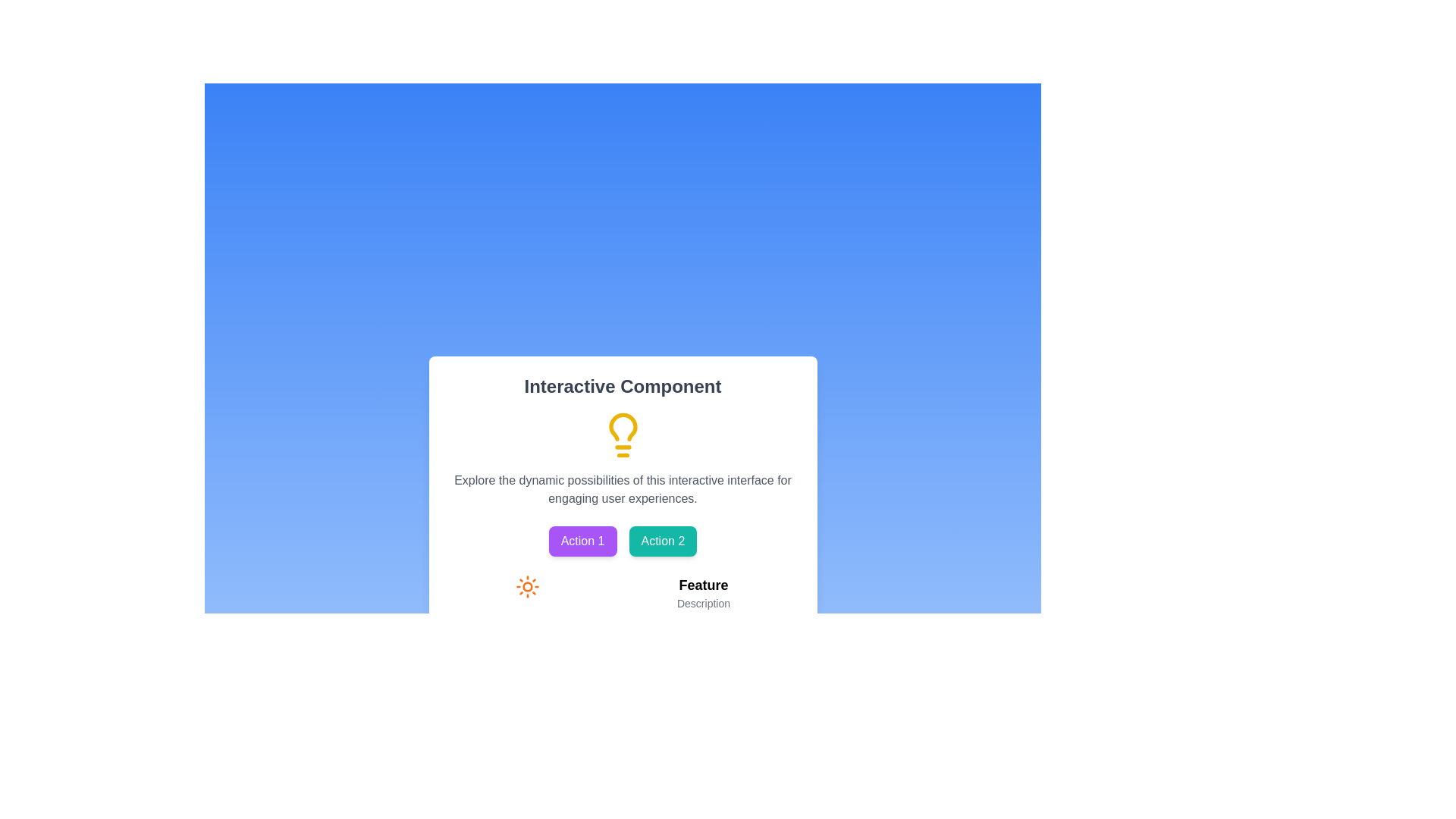 This screenshot has width=1456, height=819. Describe the element at coordinates (702, 602) in the screenshot. I see `the text label displaying 'Description', which is positioned directly below 'Feature' in the bottom-right section of the card-like interface` at that location.